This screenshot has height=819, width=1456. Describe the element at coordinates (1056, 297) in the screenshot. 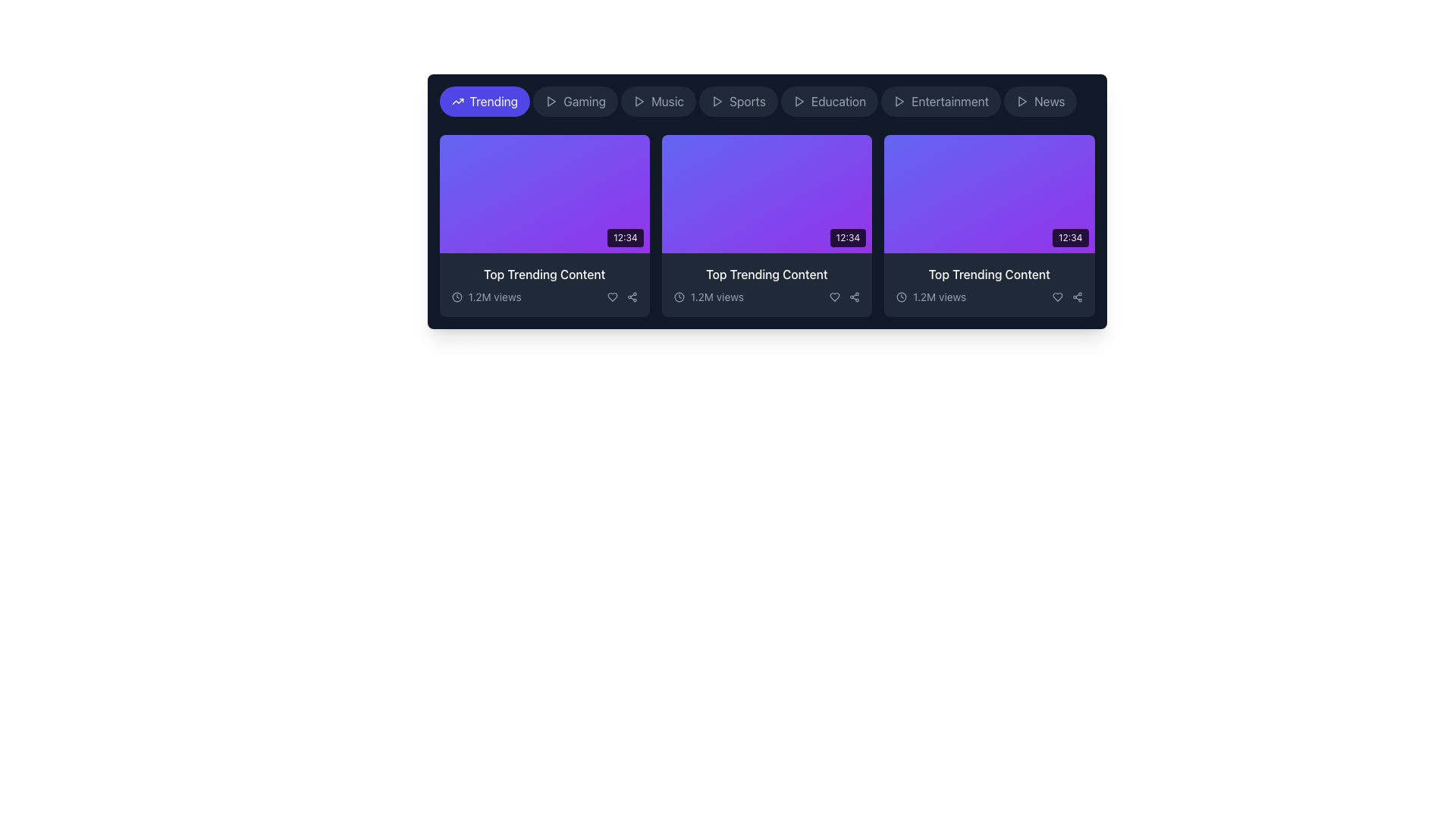

I see `the 'like' button located below the thumbnail image of a trending content card, which is the first icon on the left in the interaction bar` at that location.